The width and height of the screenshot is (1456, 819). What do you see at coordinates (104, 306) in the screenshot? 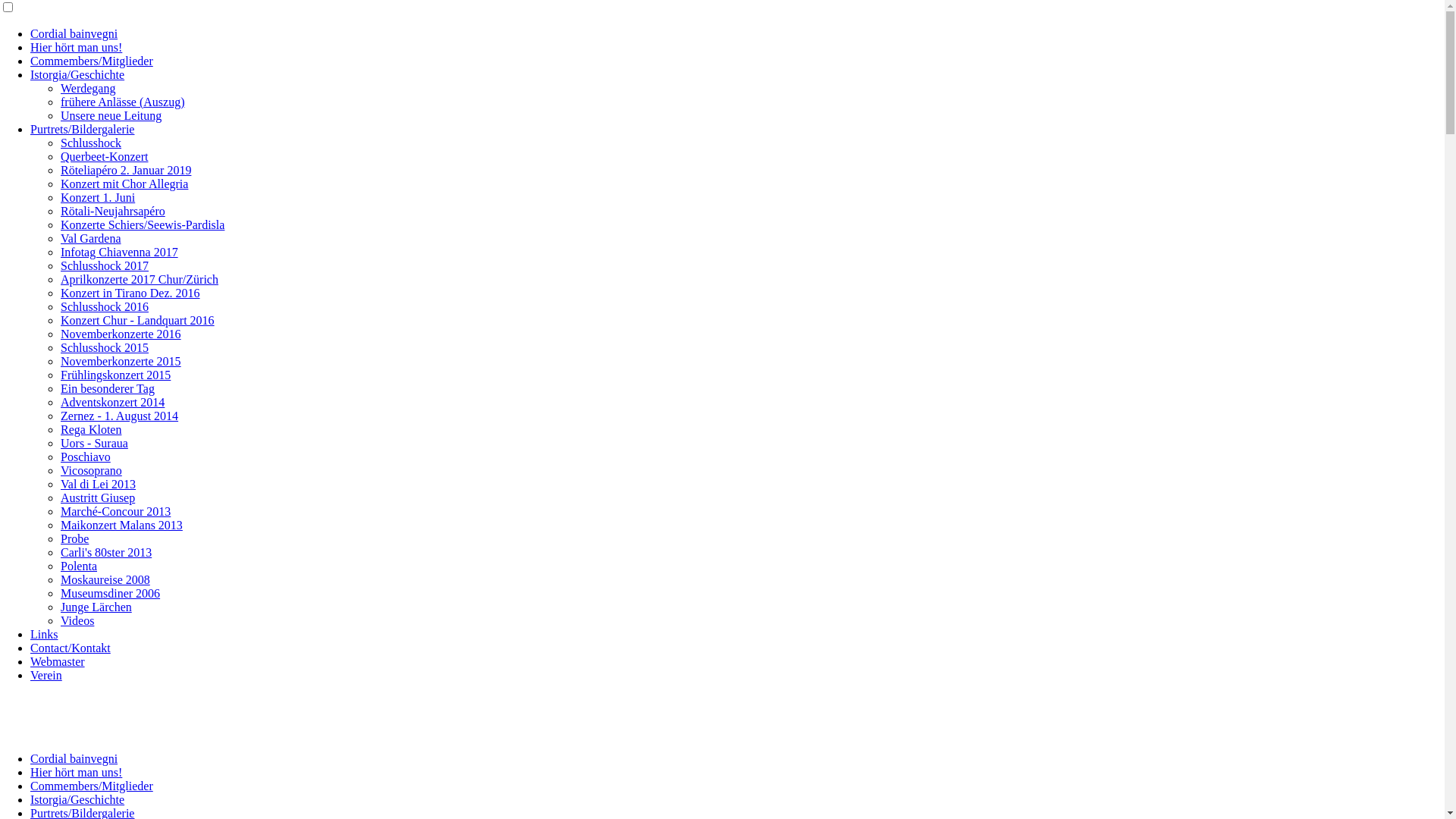
I see `'Schlusshock 2016'` at bounding box center [104, 306].